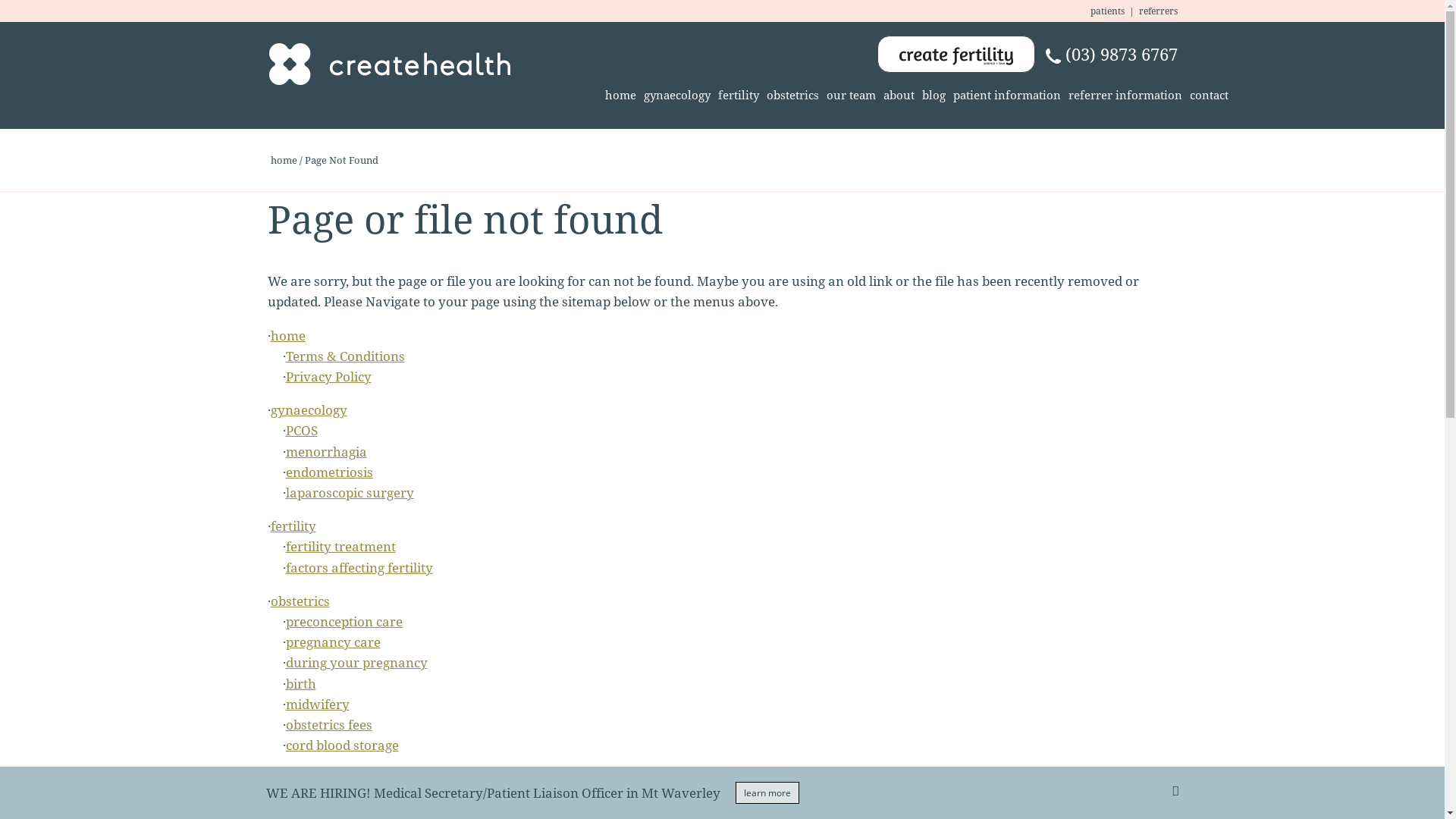 The image size is (1456, 819). Describe the element at coordinates (339, 546) in the screenshot. I see `'fertility treatment'` at that location.